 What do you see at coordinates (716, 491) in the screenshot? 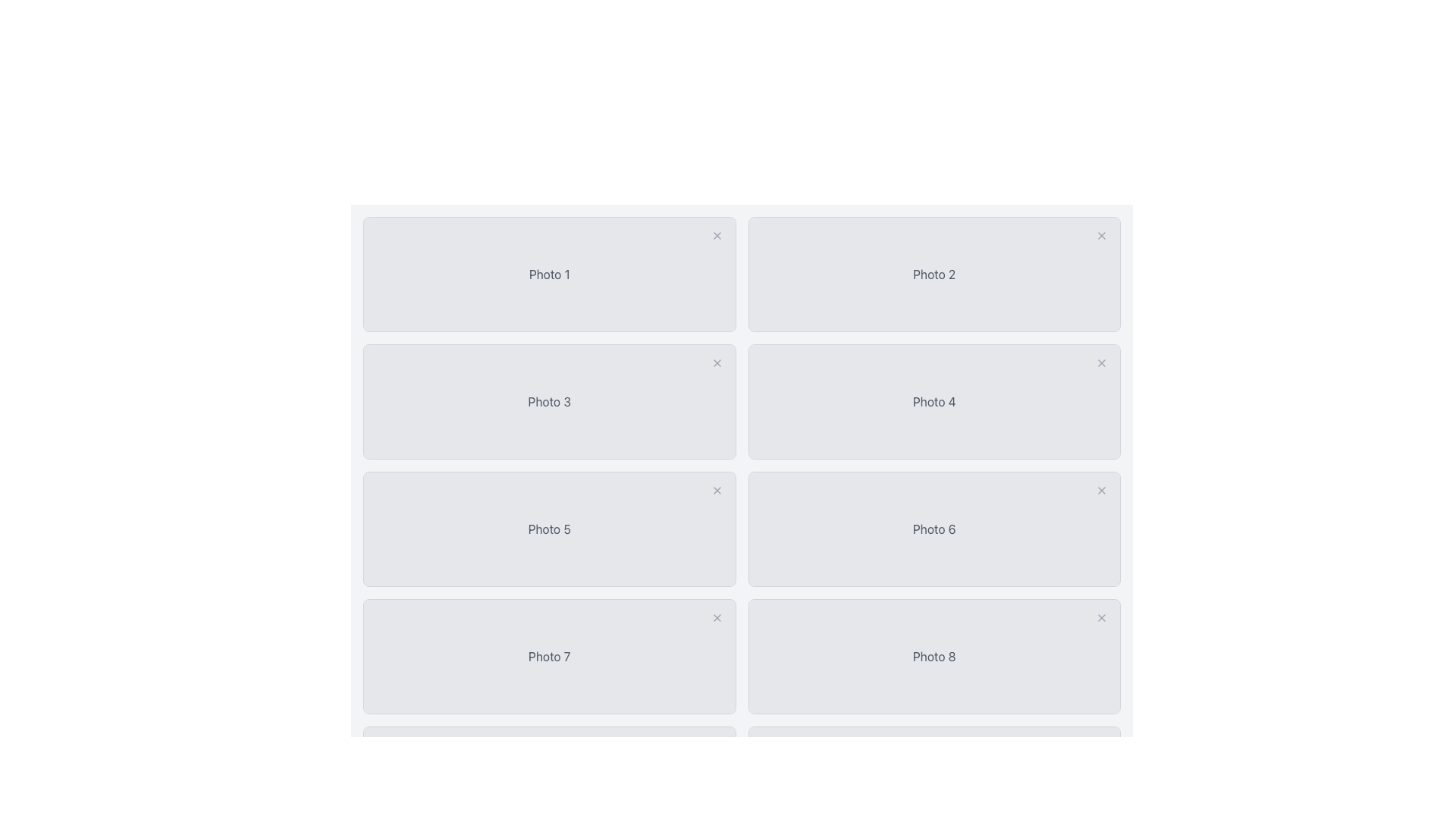
I see `the 'X' shaped button located at the top-right corner of the 'Photo 5' box` at bounding box center [716, 491].